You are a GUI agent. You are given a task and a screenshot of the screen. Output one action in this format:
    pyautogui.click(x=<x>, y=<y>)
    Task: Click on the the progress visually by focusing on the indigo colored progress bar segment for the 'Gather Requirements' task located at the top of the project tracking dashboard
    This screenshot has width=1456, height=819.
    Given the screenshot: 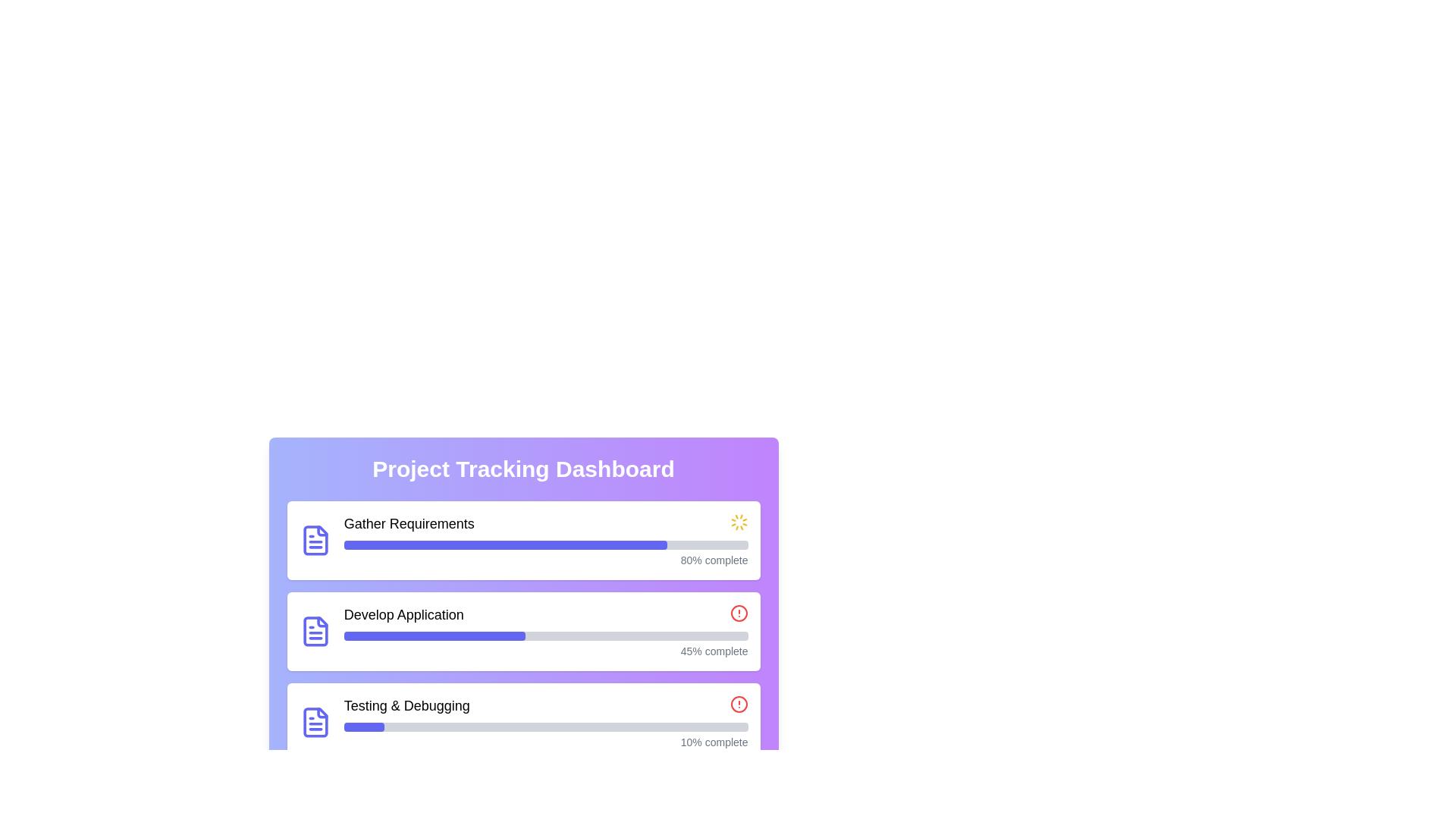 What is the action you would take?
    pyautogui.click(x=505, y=544)
    